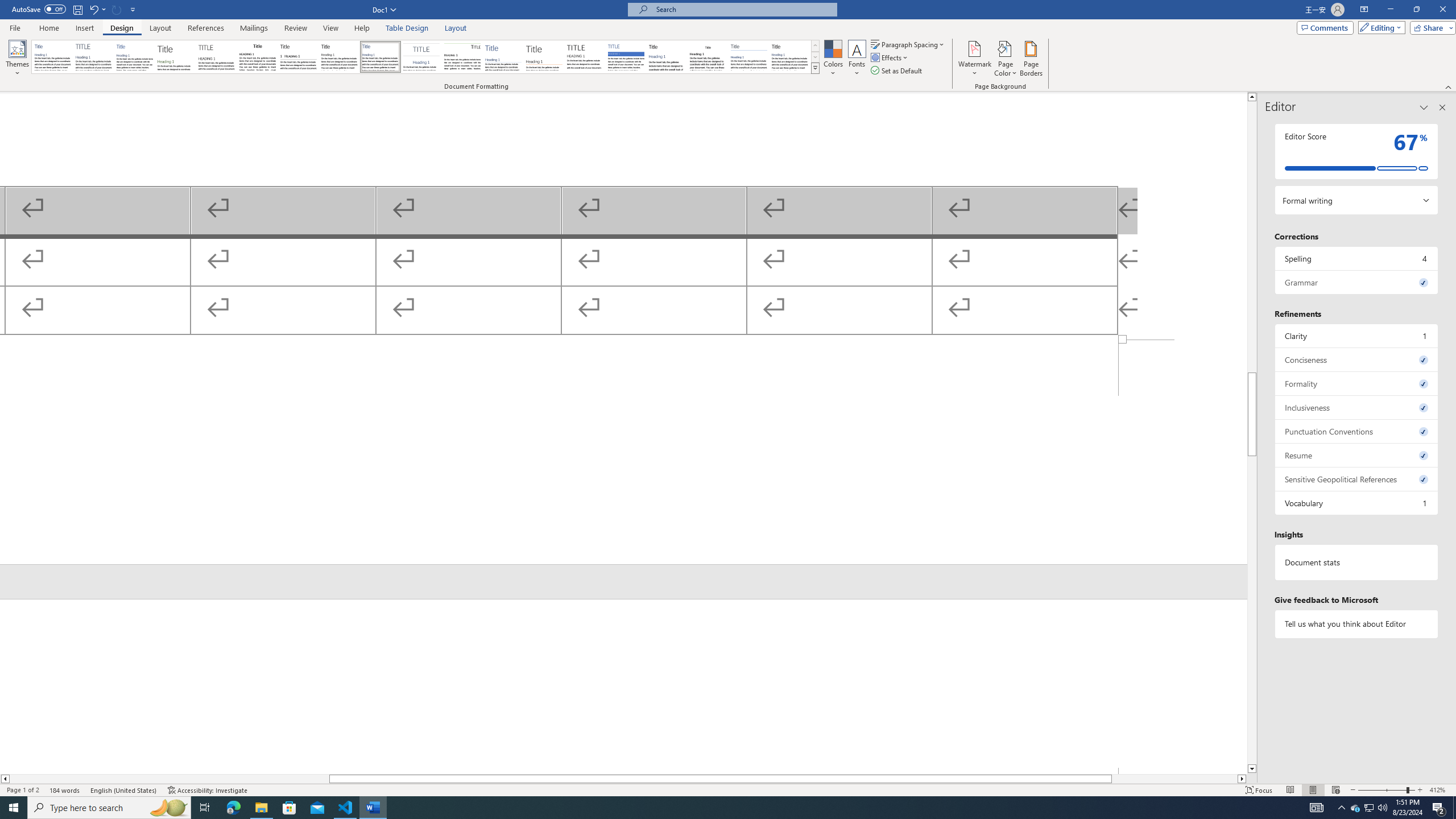  Describe the element at coordinates (176, 56) in the screenshot. I see `'Basic (Stylish)'` at that location.